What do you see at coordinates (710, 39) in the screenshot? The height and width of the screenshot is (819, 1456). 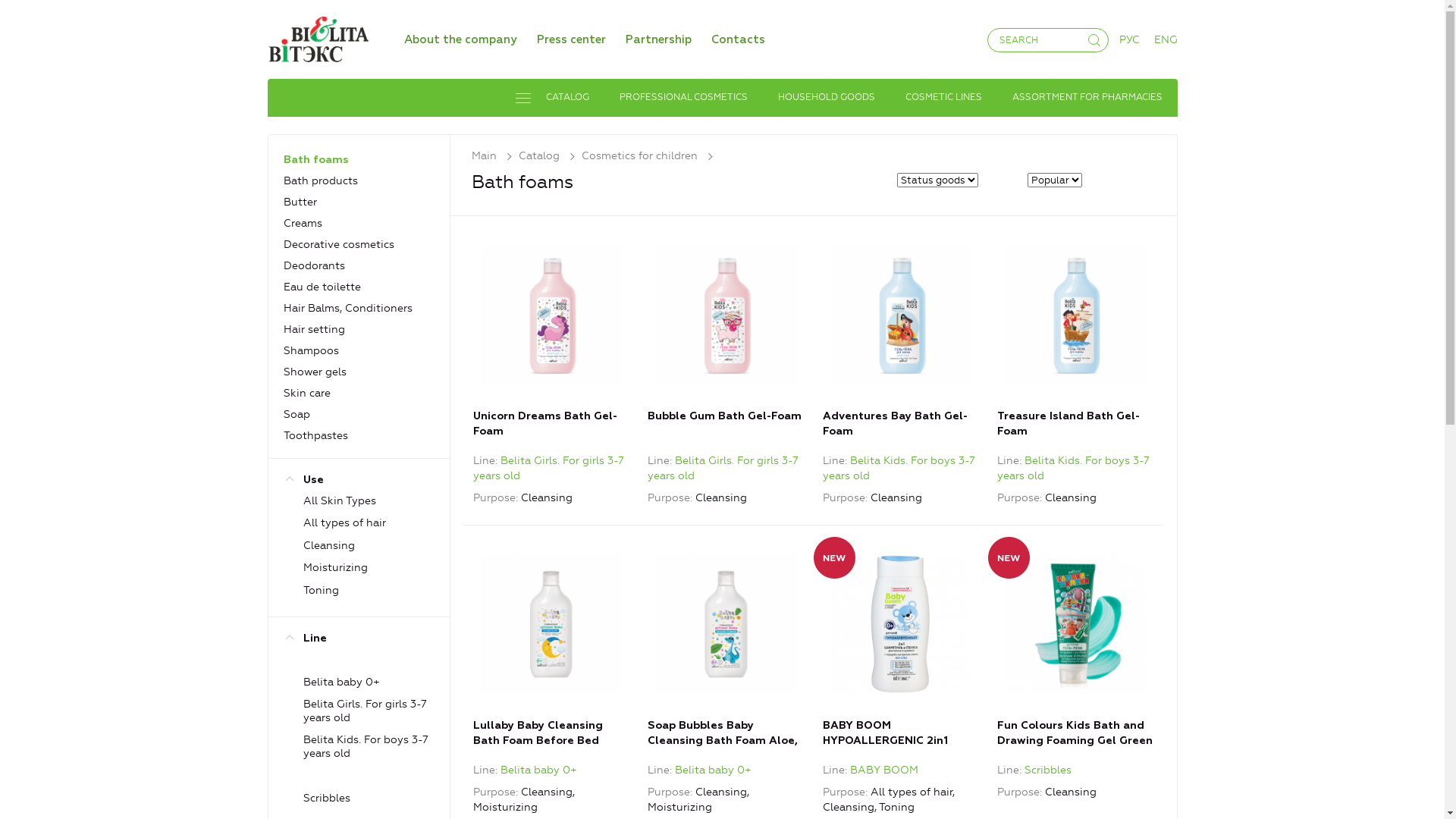 I see `'Contacts'` at bounding box center [710, 39].